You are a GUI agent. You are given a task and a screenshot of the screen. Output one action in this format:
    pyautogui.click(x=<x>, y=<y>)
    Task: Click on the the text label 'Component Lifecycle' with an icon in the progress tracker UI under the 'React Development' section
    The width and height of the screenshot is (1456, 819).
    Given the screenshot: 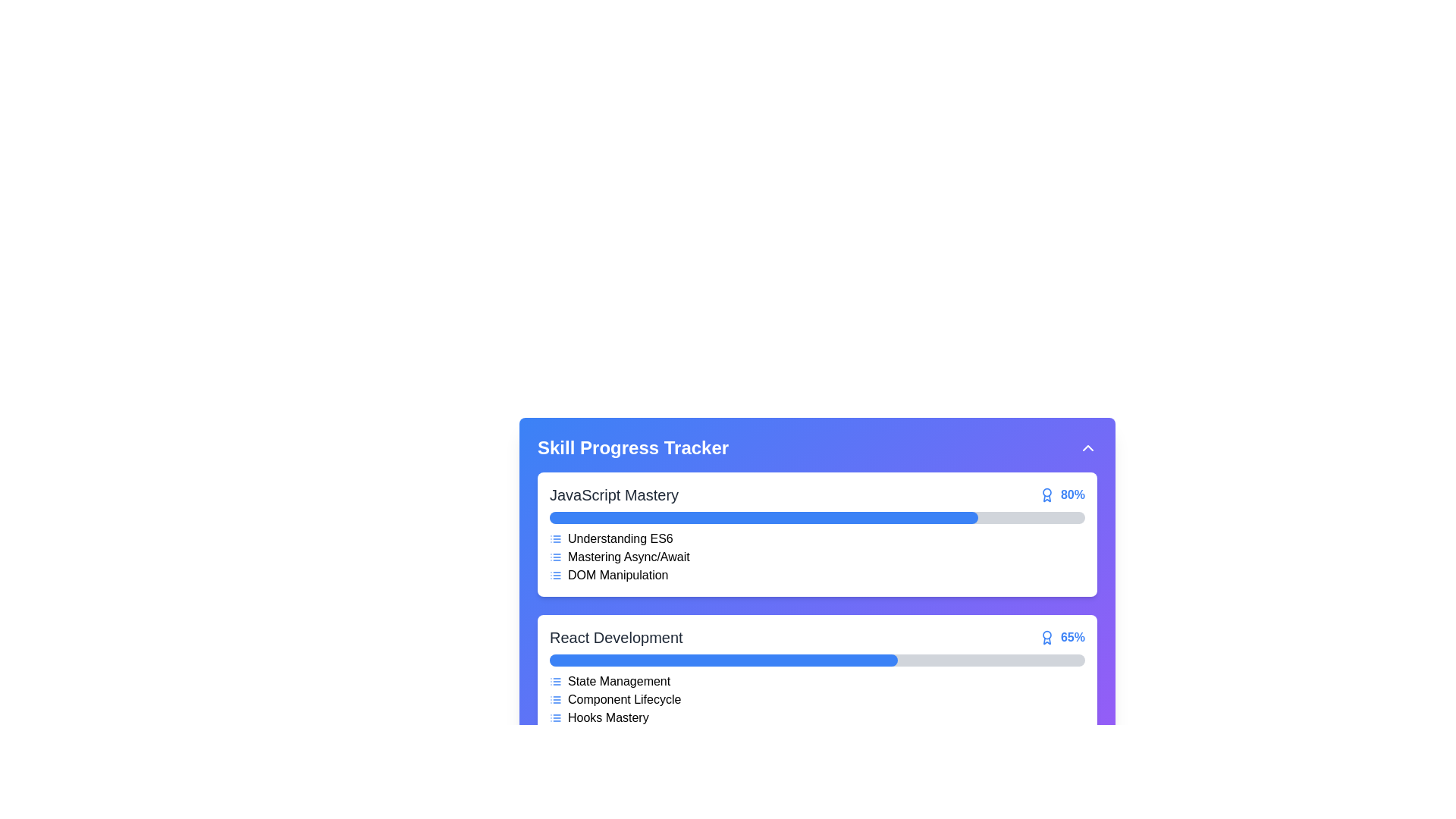 What is the action you would take?
    pyautogui.click(x=817, y=699)
    